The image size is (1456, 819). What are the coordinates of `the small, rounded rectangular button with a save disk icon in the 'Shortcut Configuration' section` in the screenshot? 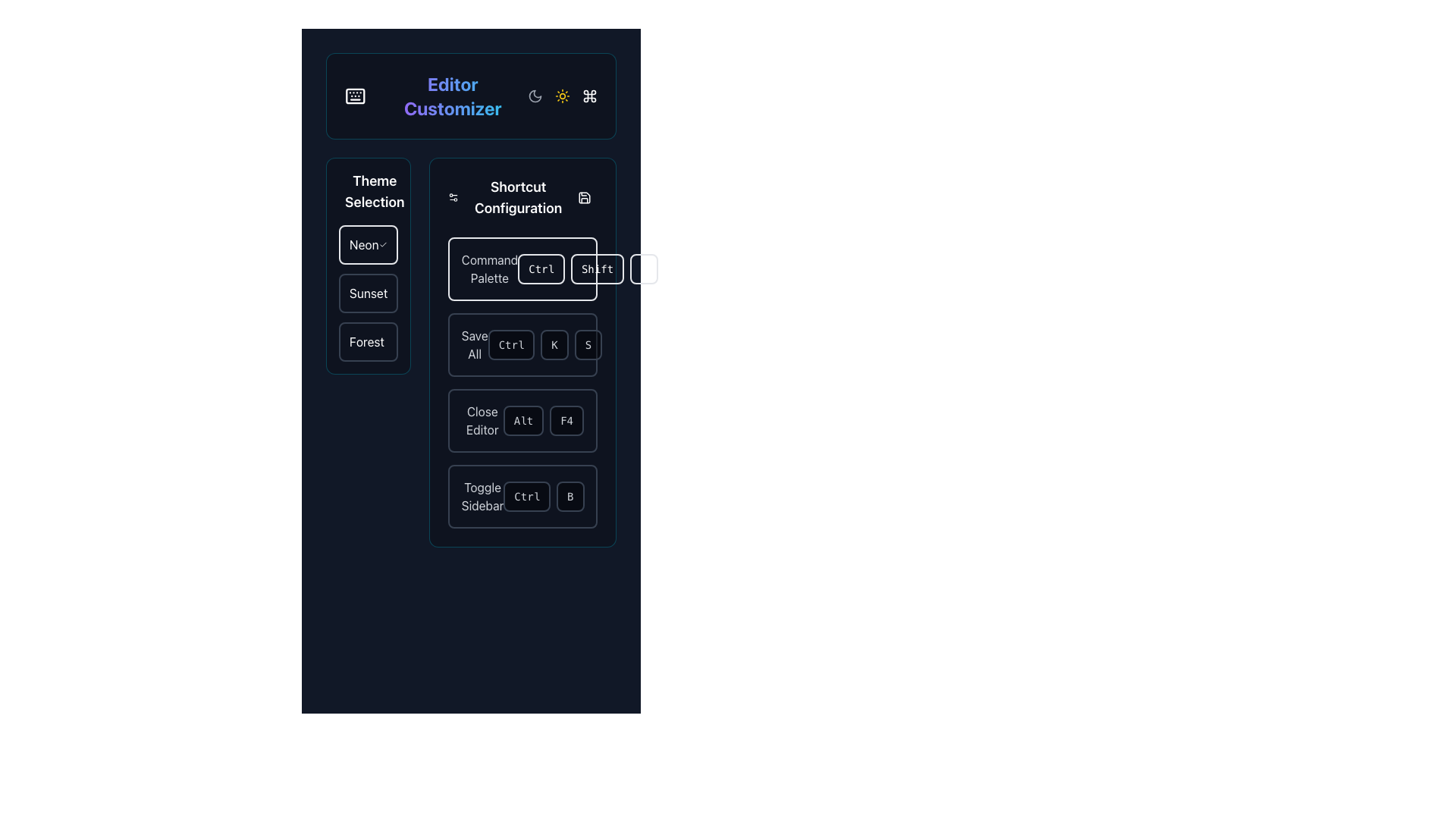 It's located at (584, 197).